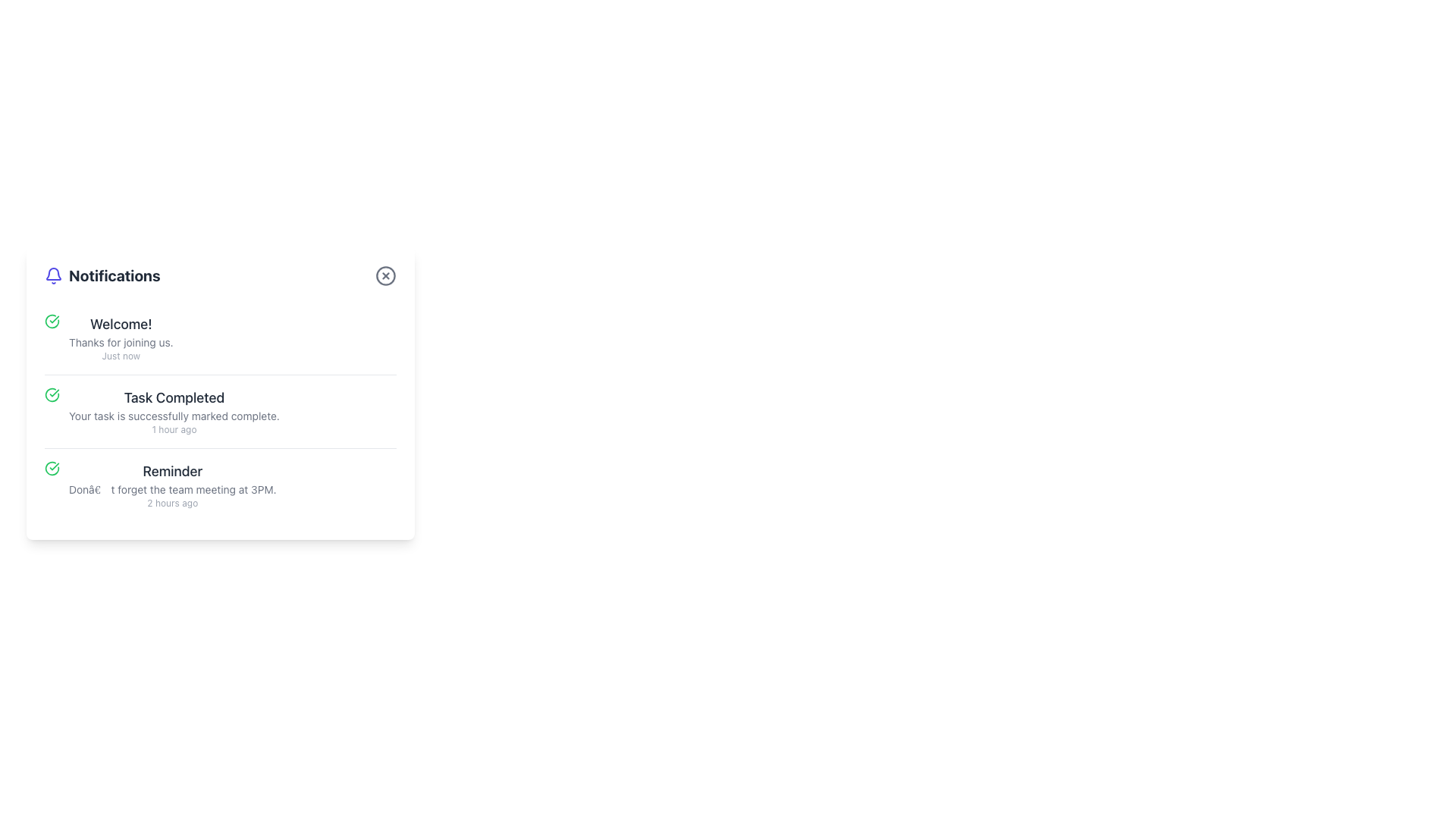  What do you see at coordinates (220, 393) in the screenshot?
I see `the second notification card in the notifications panel, which has a white background, rounded corners, and displays a title and details` at bounding box center [220, 393].